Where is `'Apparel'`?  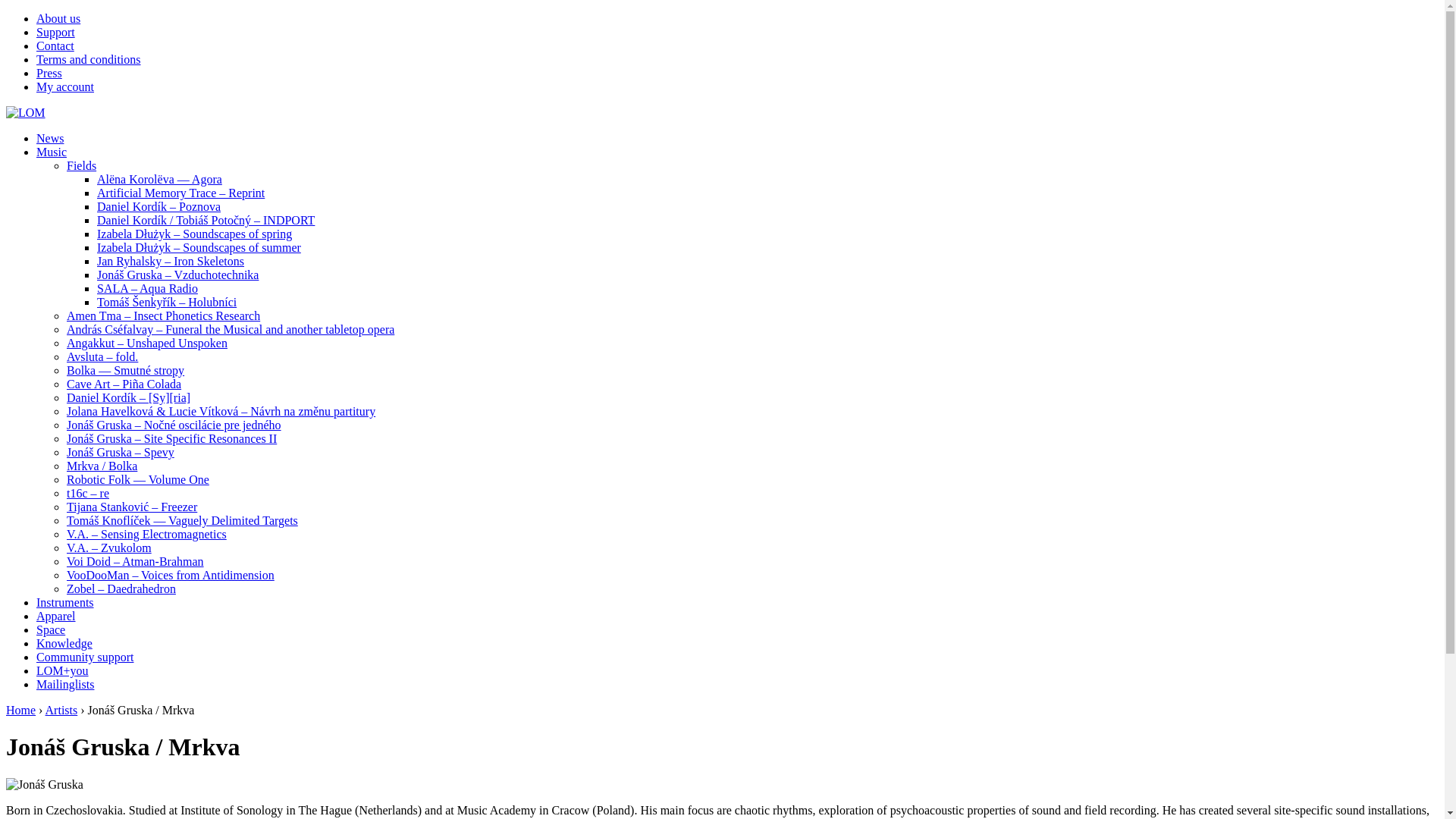
'Apparel' is located at coordinates (55, 616).